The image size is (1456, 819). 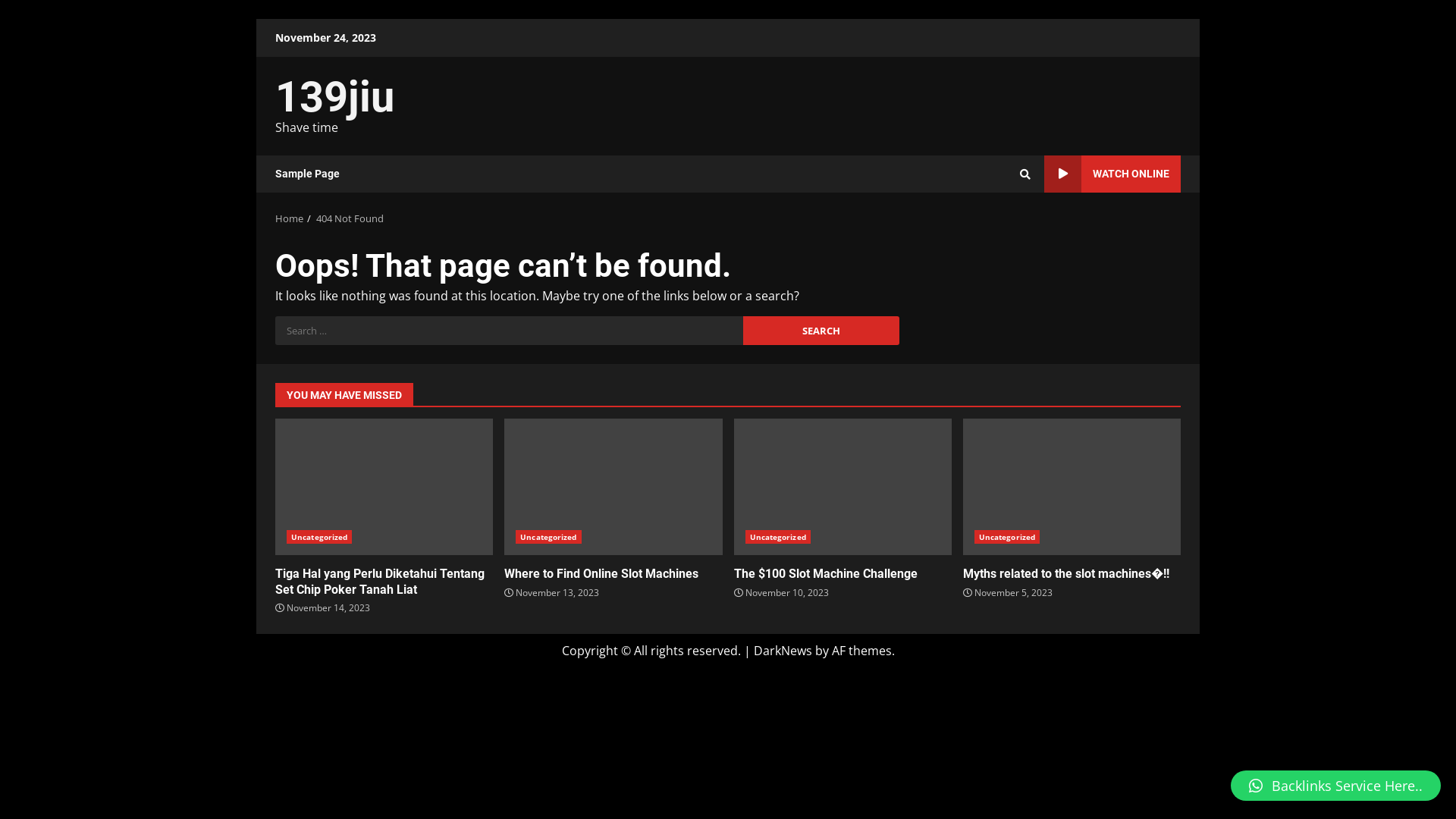 I want to click on 'The $100 Slot Machine Challenge', so click(x=734, y=486).